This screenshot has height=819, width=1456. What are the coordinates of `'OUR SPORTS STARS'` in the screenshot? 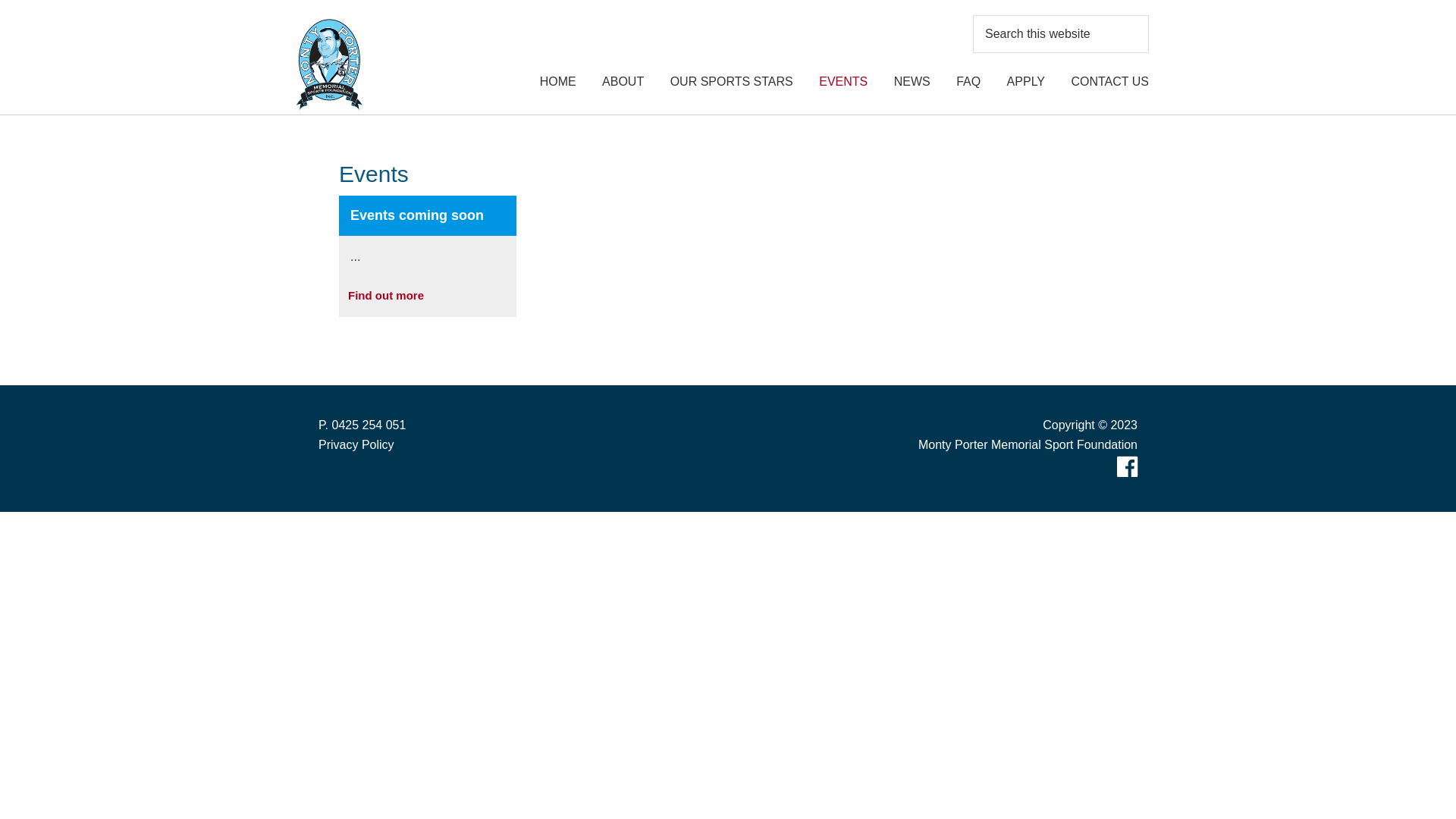 It's located at (731, 82).